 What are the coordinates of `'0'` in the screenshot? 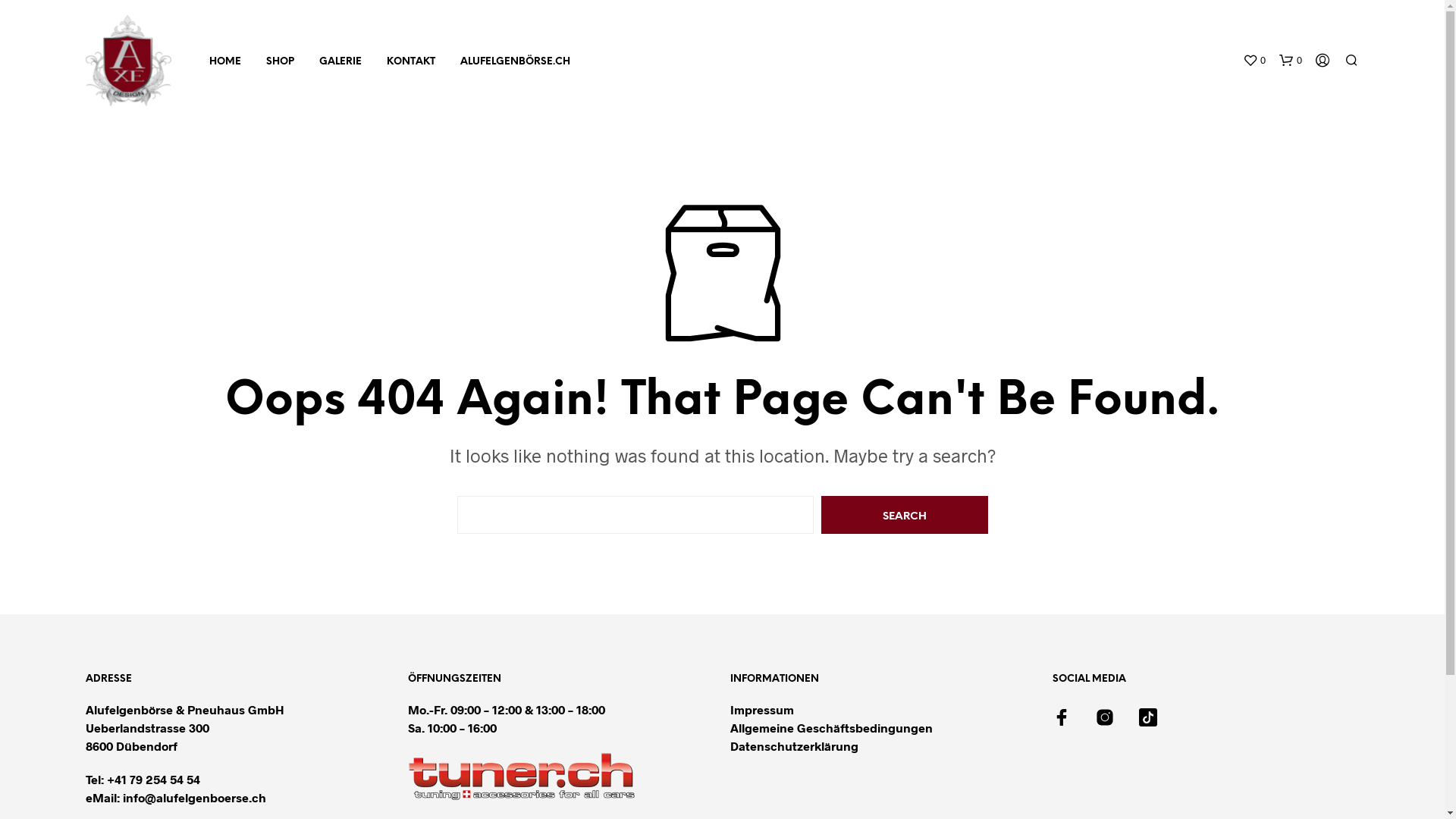 It's located at (1253, 60).